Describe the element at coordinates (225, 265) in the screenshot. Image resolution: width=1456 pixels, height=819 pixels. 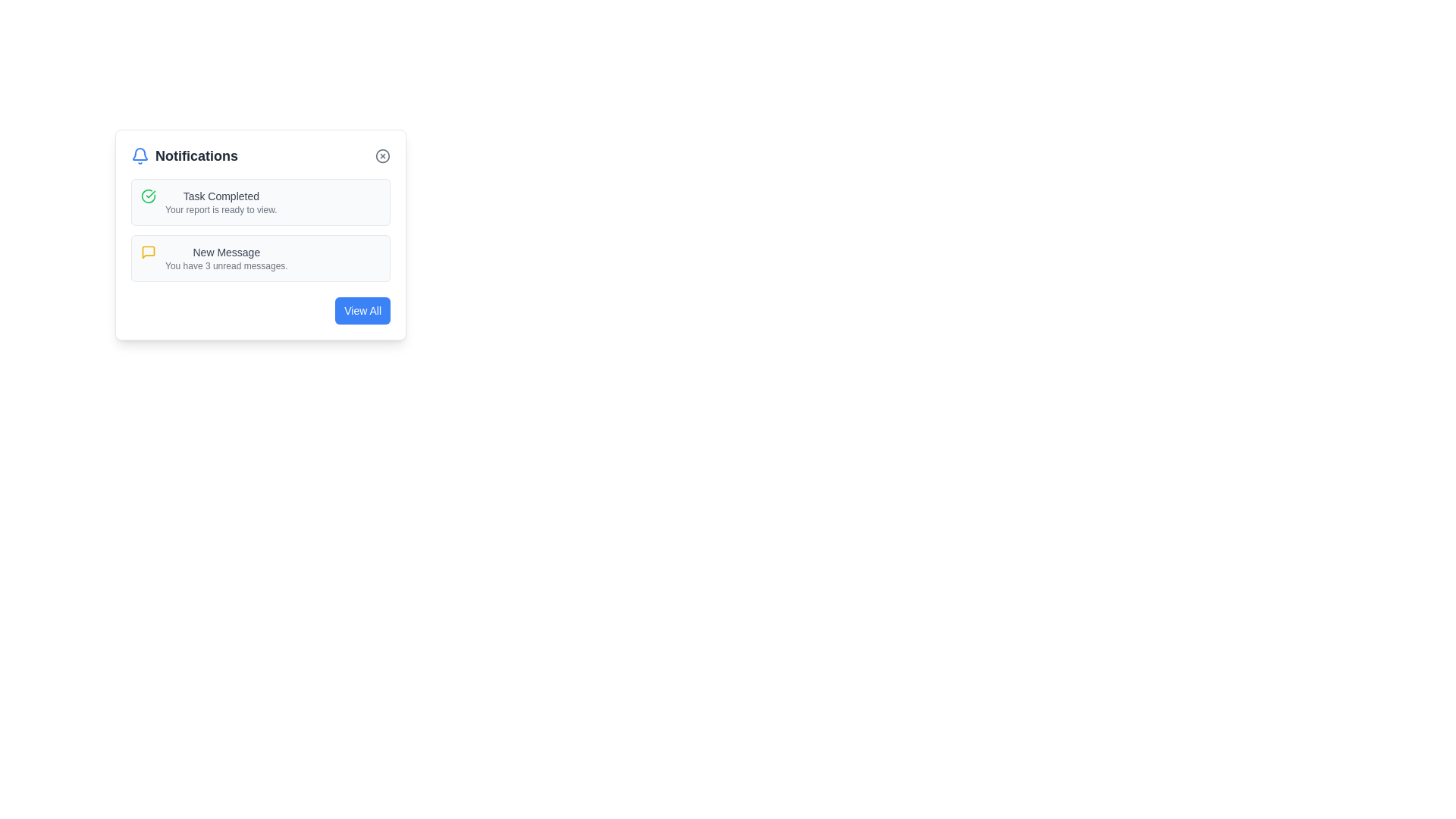
I see `the text label that provides context regarding the unread messages beneath the 'New Message' header in the notification card` at that location.